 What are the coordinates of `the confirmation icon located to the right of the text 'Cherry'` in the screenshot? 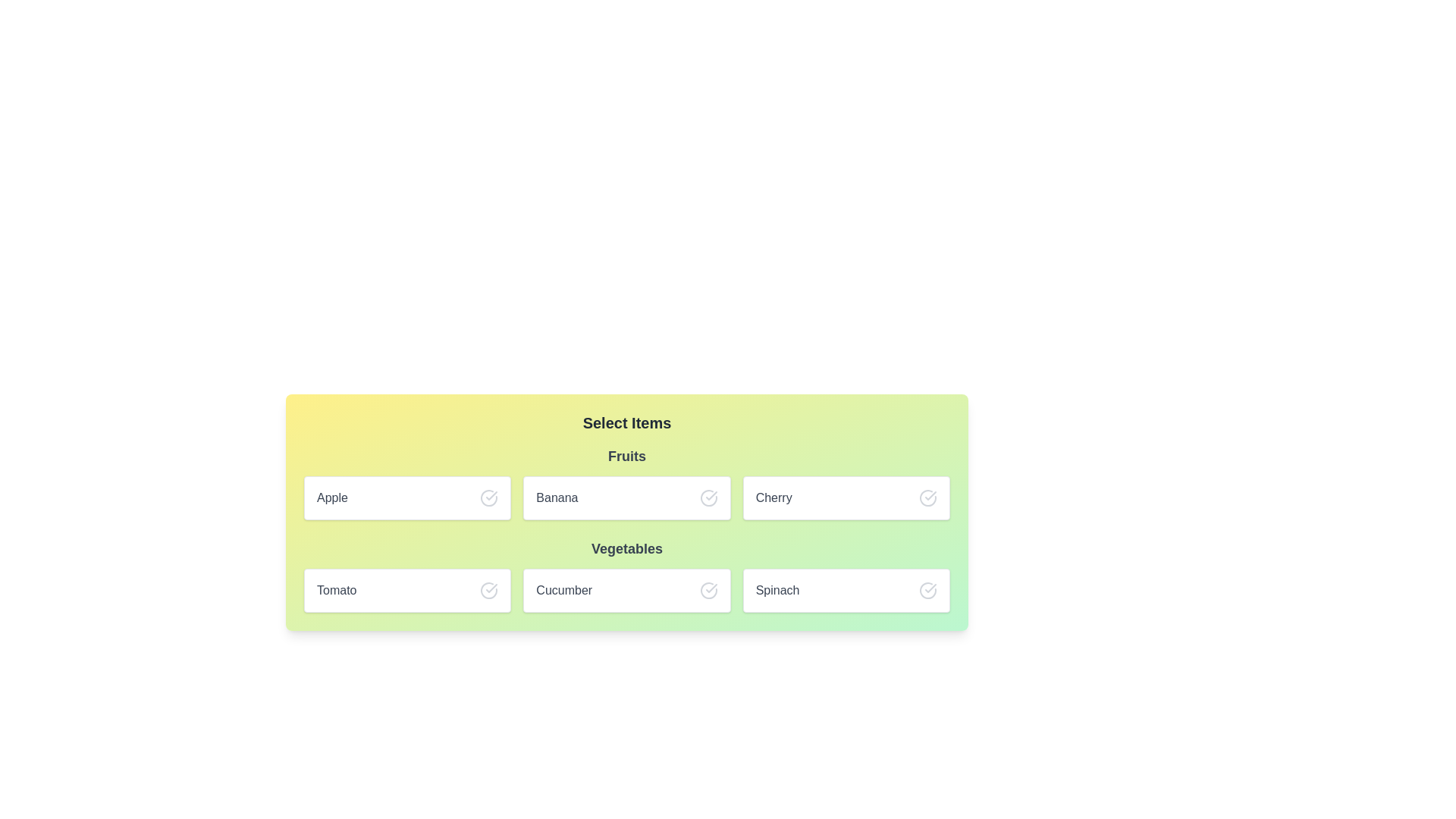 It's located at (927, 497).